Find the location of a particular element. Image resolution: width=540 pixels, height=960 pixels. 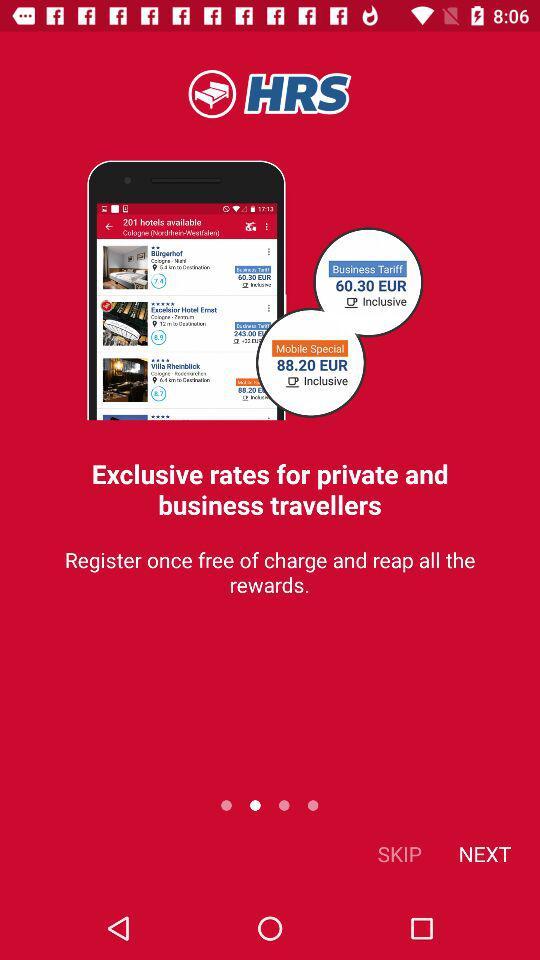

the item next to the skip item is located at coordinates (483, 852).